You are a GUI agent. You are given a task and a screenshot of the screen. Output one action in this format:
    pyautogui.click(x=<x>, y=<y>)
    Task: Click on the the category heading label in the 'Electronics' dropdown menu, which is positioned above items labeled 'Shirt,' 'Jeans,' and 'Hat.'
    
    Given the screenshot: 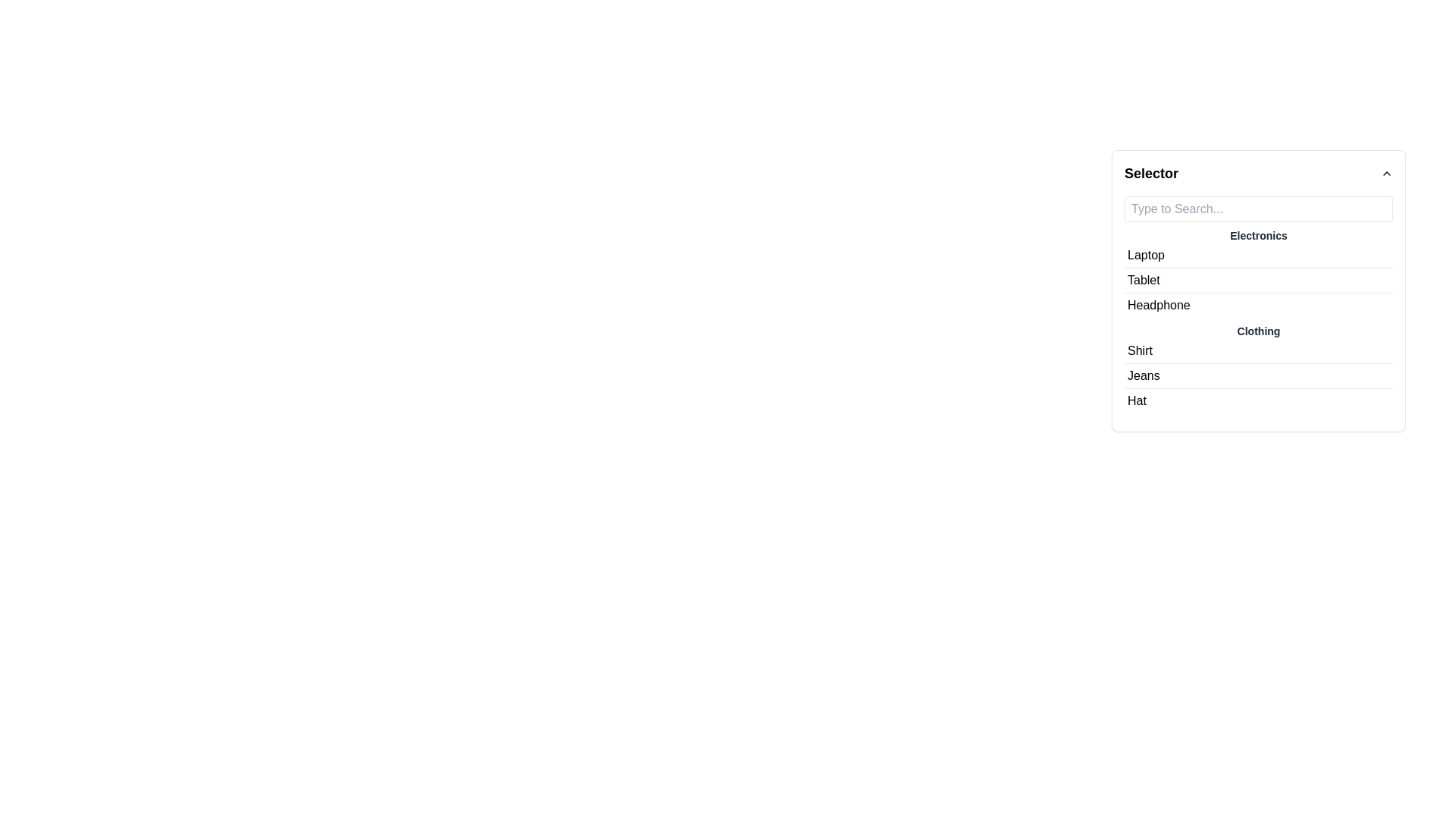 What is the action you would take?
    pyautogui.click(x=1259, y=330)
    